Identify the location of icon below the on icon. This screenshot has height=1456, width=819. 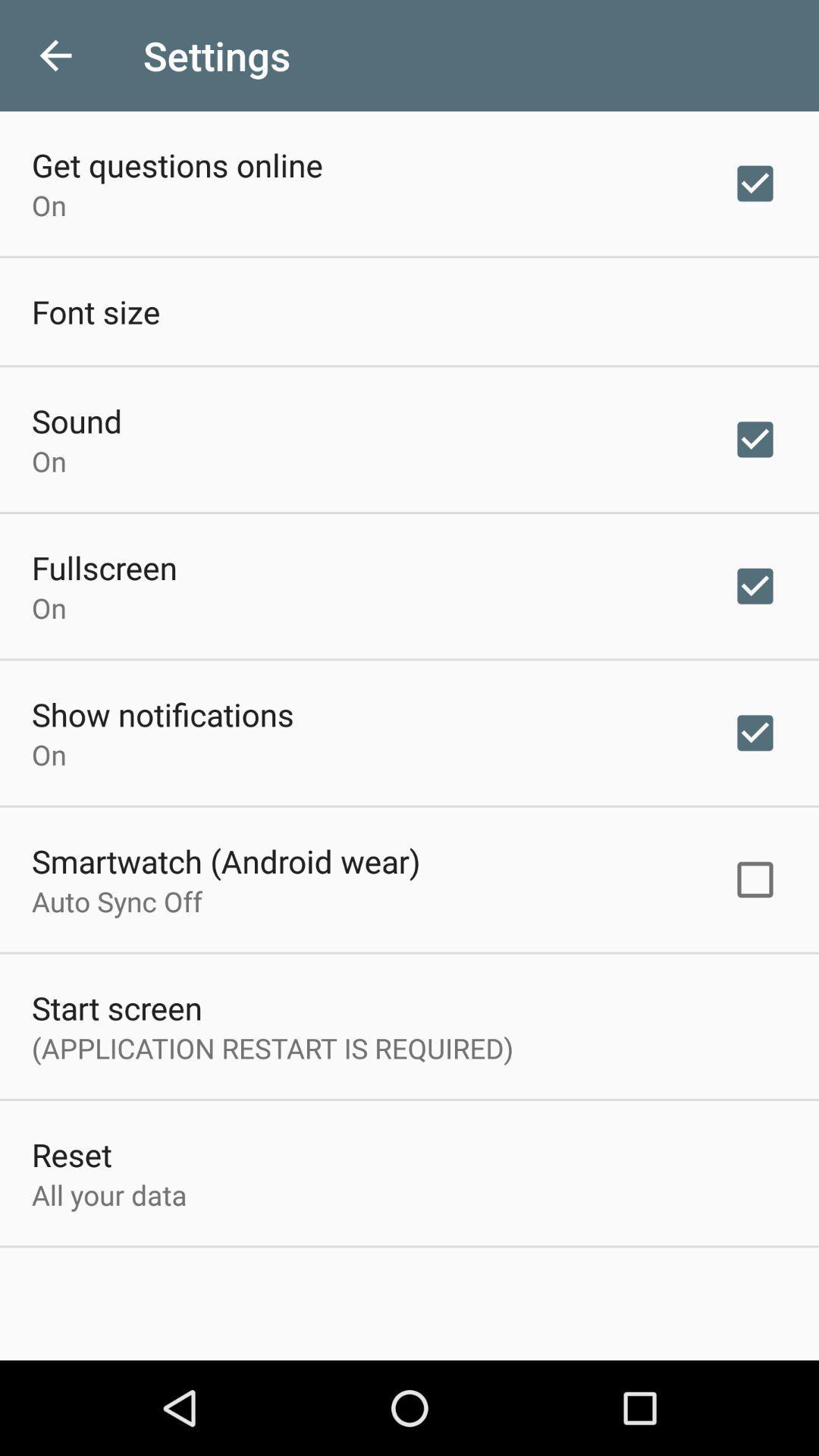
(104, 566).